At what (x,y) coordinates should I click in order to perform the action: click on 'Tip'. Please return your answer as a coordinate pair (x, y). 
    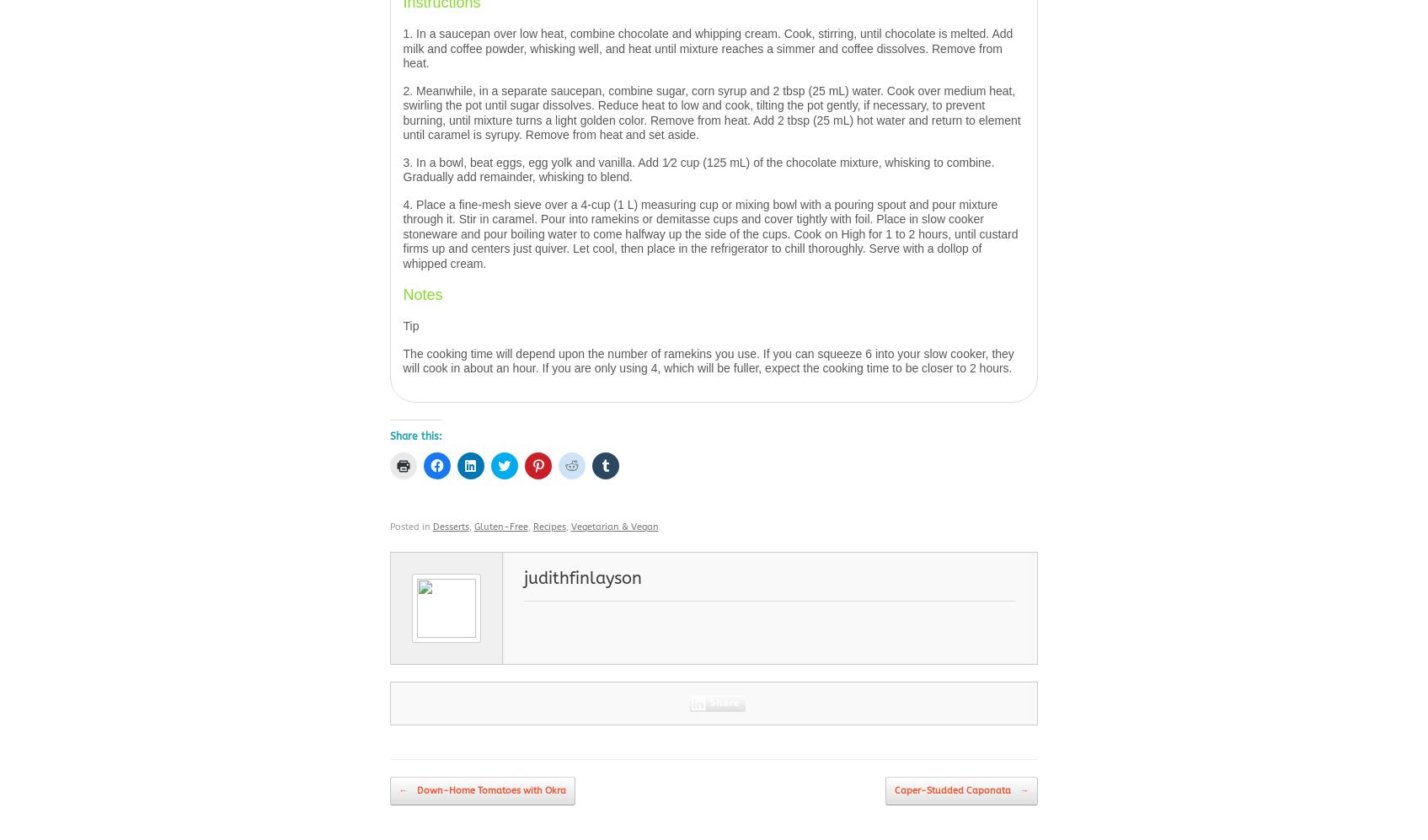
    Looking at the image, I should click on (401, 326).